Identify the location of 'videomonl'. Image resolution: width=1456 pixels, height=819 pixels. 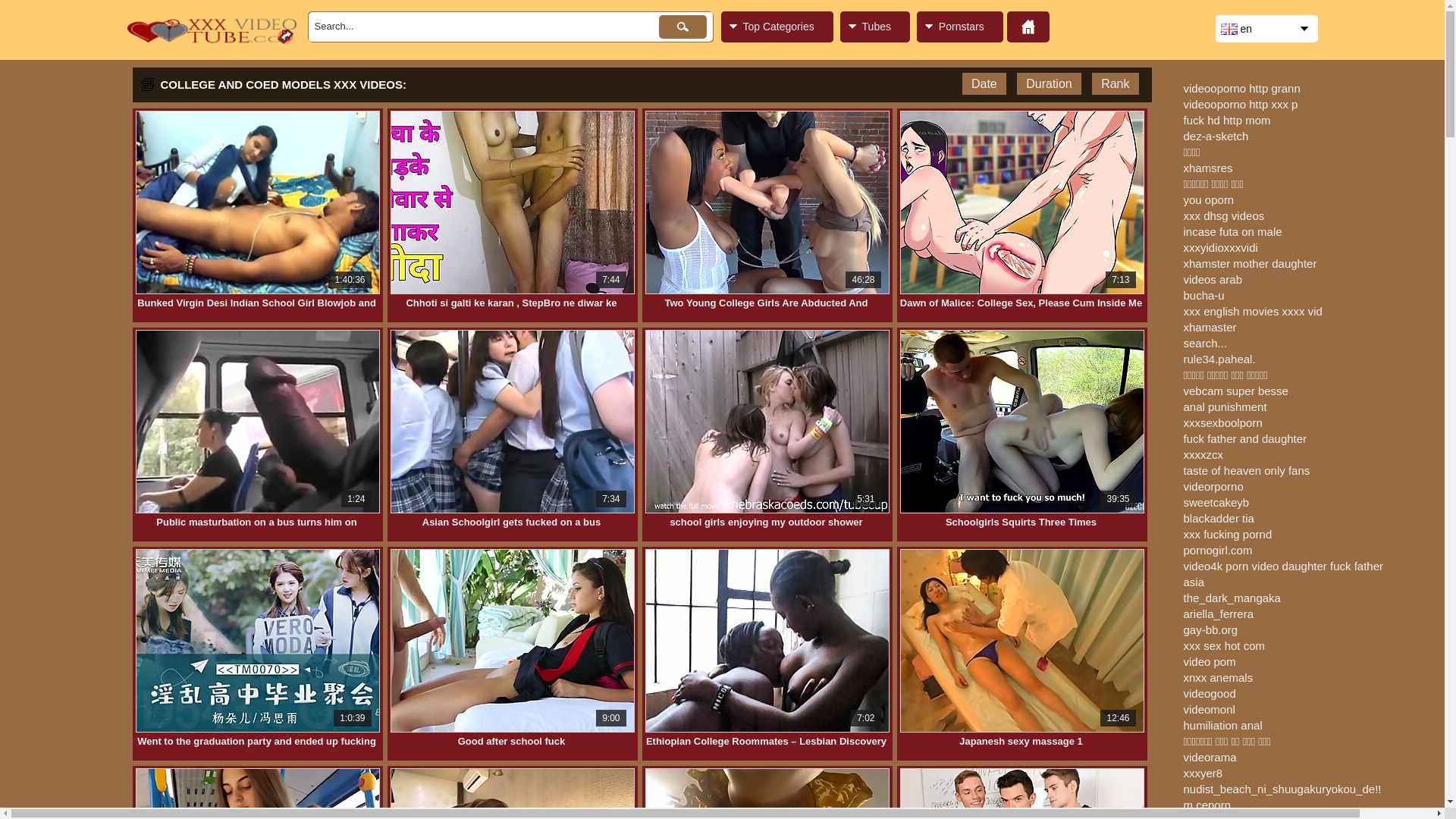
(1182, 709).